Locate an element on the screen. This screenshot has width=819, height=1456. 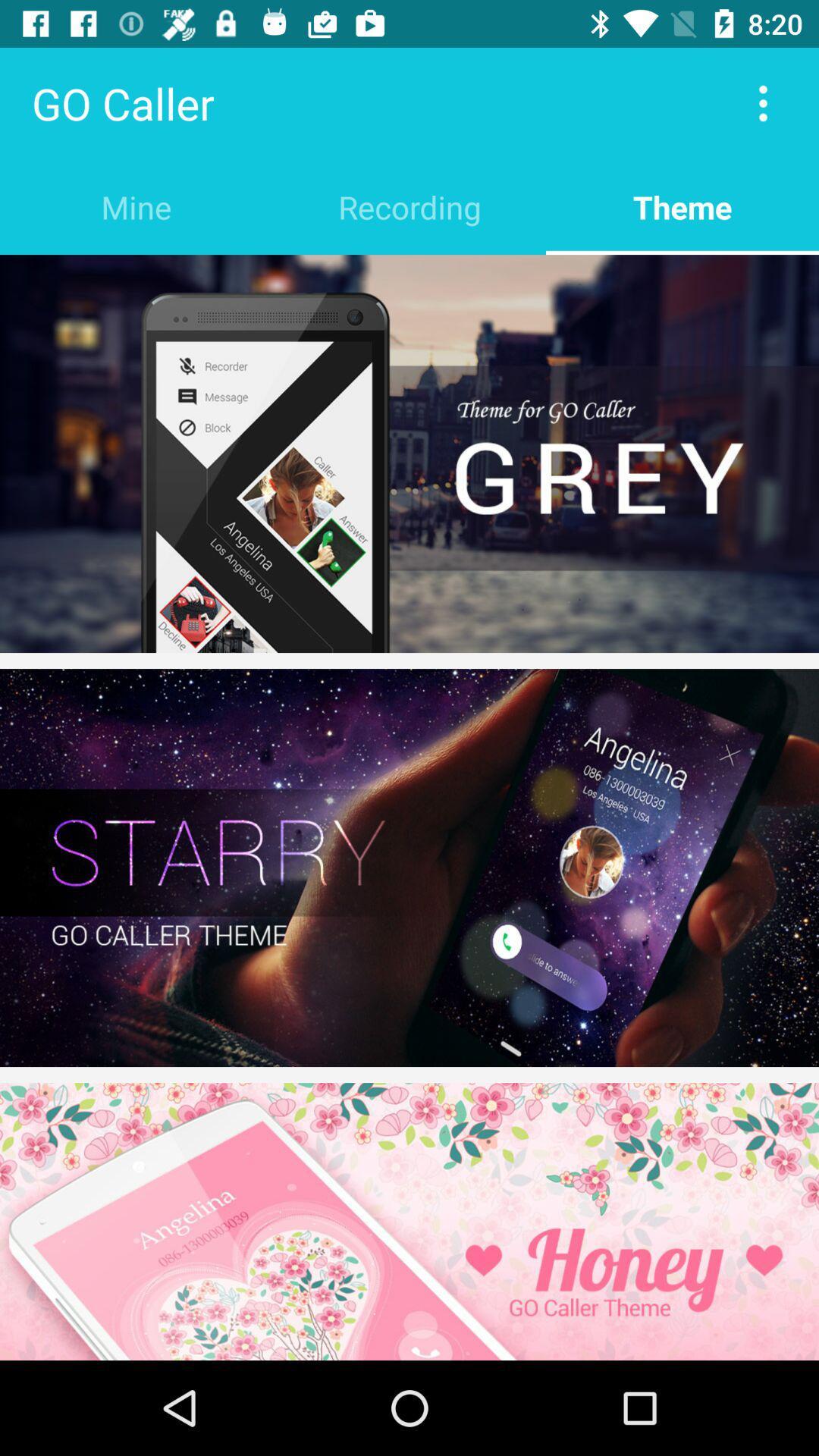
item above the theme icon is located at coordinates (763, 102).